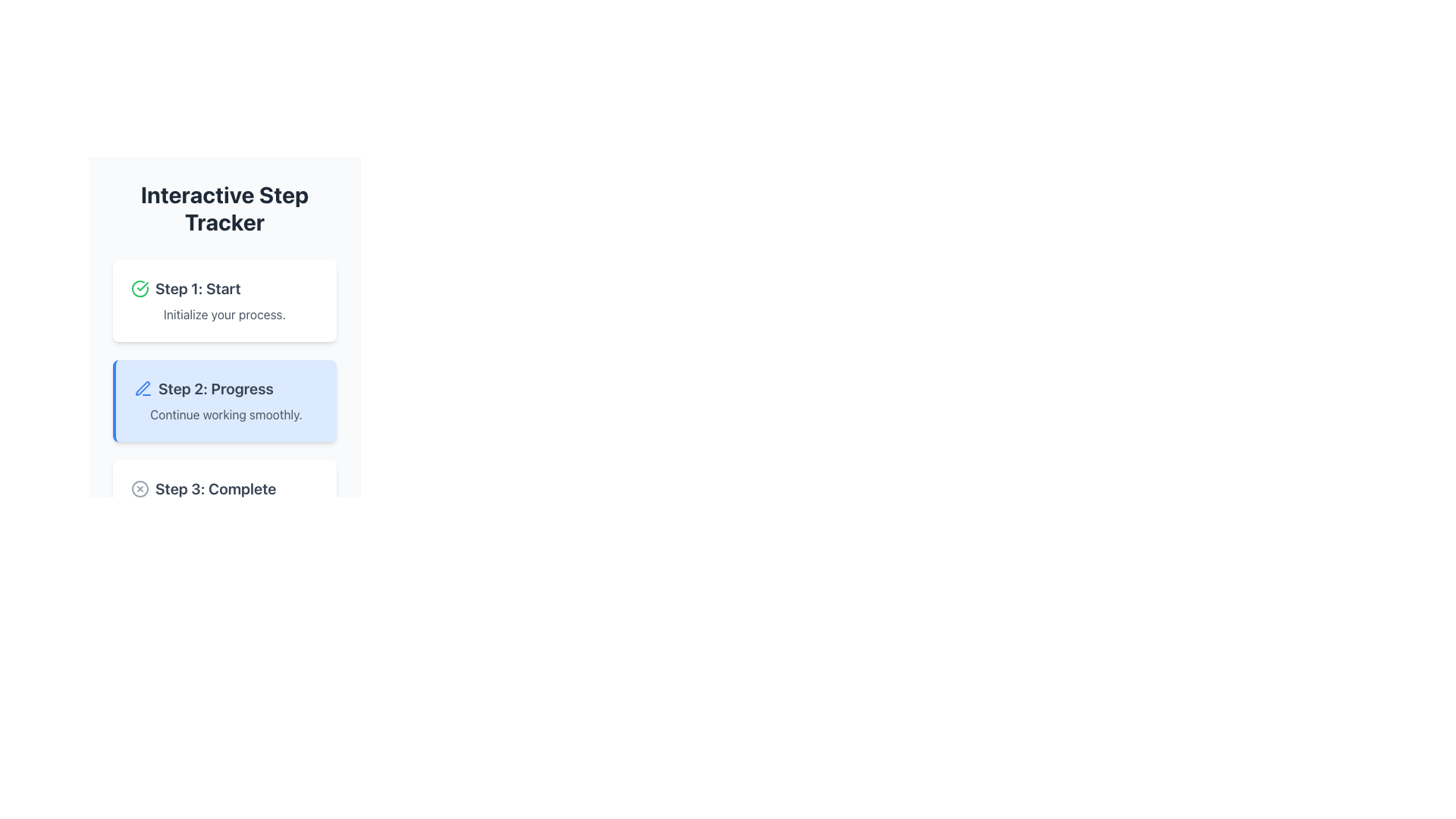 The width and height of the screenshot is (1456, 819). Describe the element at coordinates (224, 314) in the screenshot. I see `the static text element that provides instructions for 'Step 1: Start', located below the title in the first card of the vertical list of steps` at that location.